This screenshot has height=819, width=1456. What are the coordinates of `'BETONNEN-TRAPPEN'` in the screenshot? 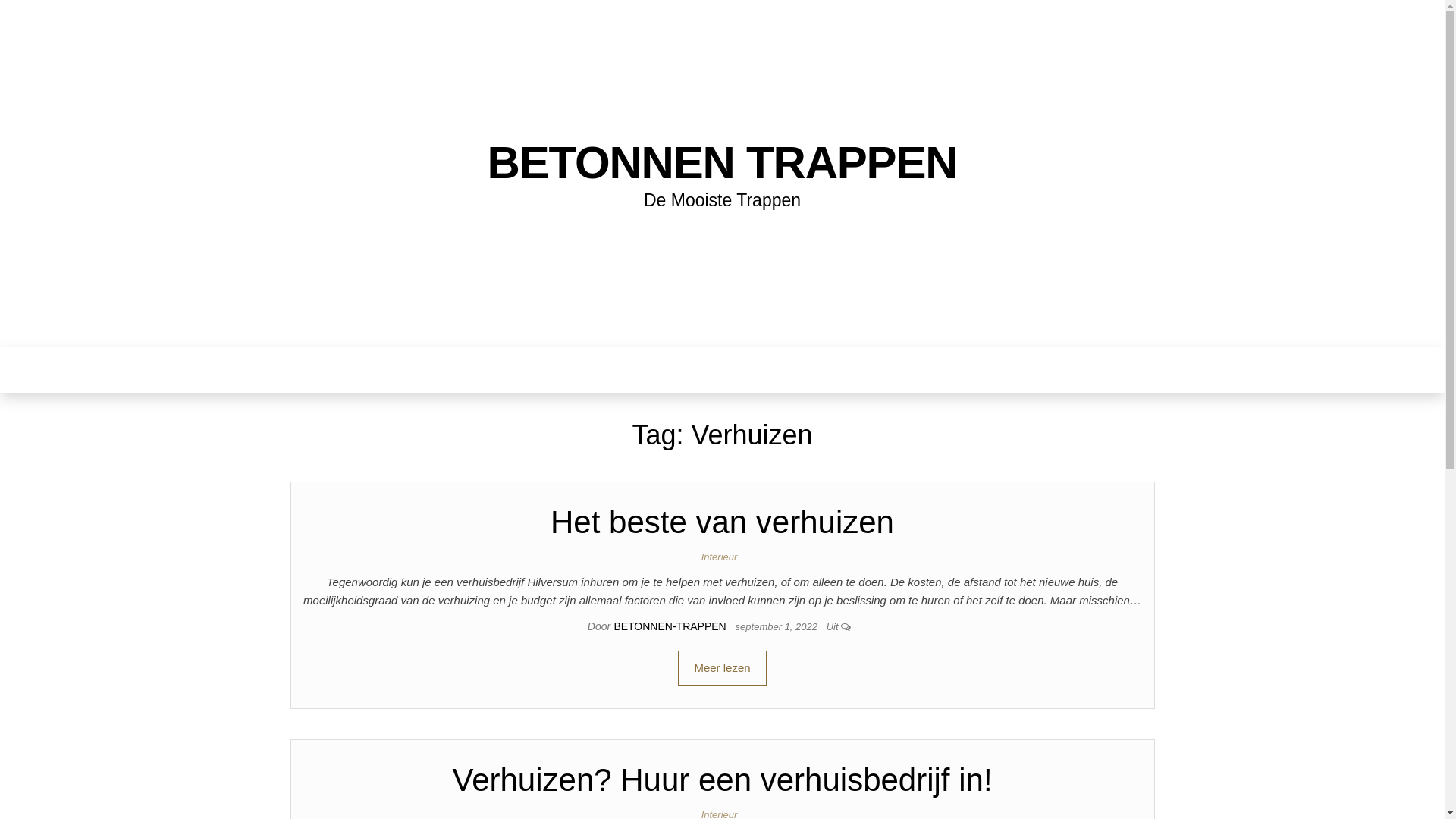 It's located at (670, 626).